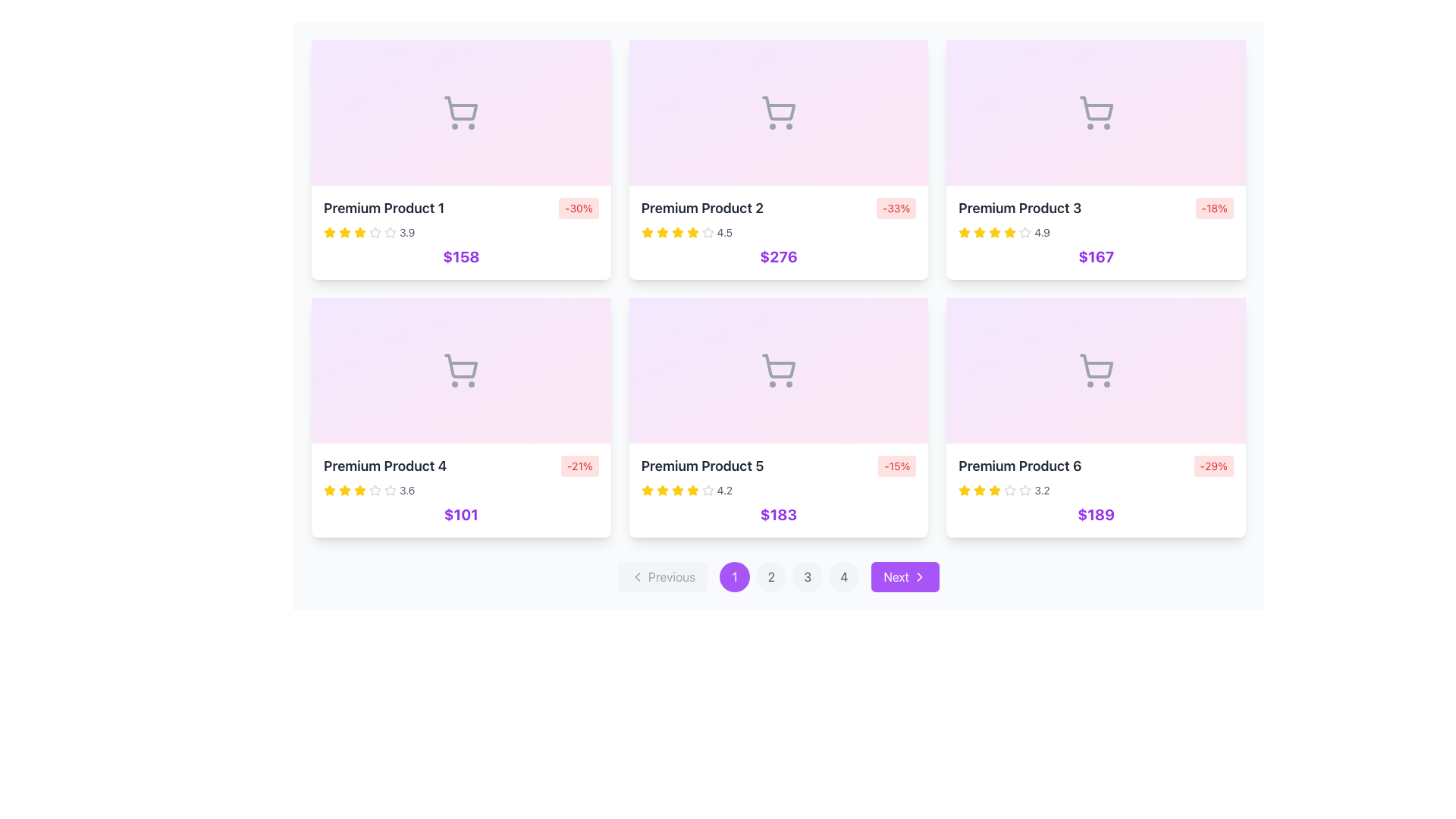 The width and height of the screenshot is (1456, 819). I want to click on the star rating indicator for the sixth product card titled 'Premium Product 6', located in the bottom-right product card in the last row of the product grid, so click(964, 491).